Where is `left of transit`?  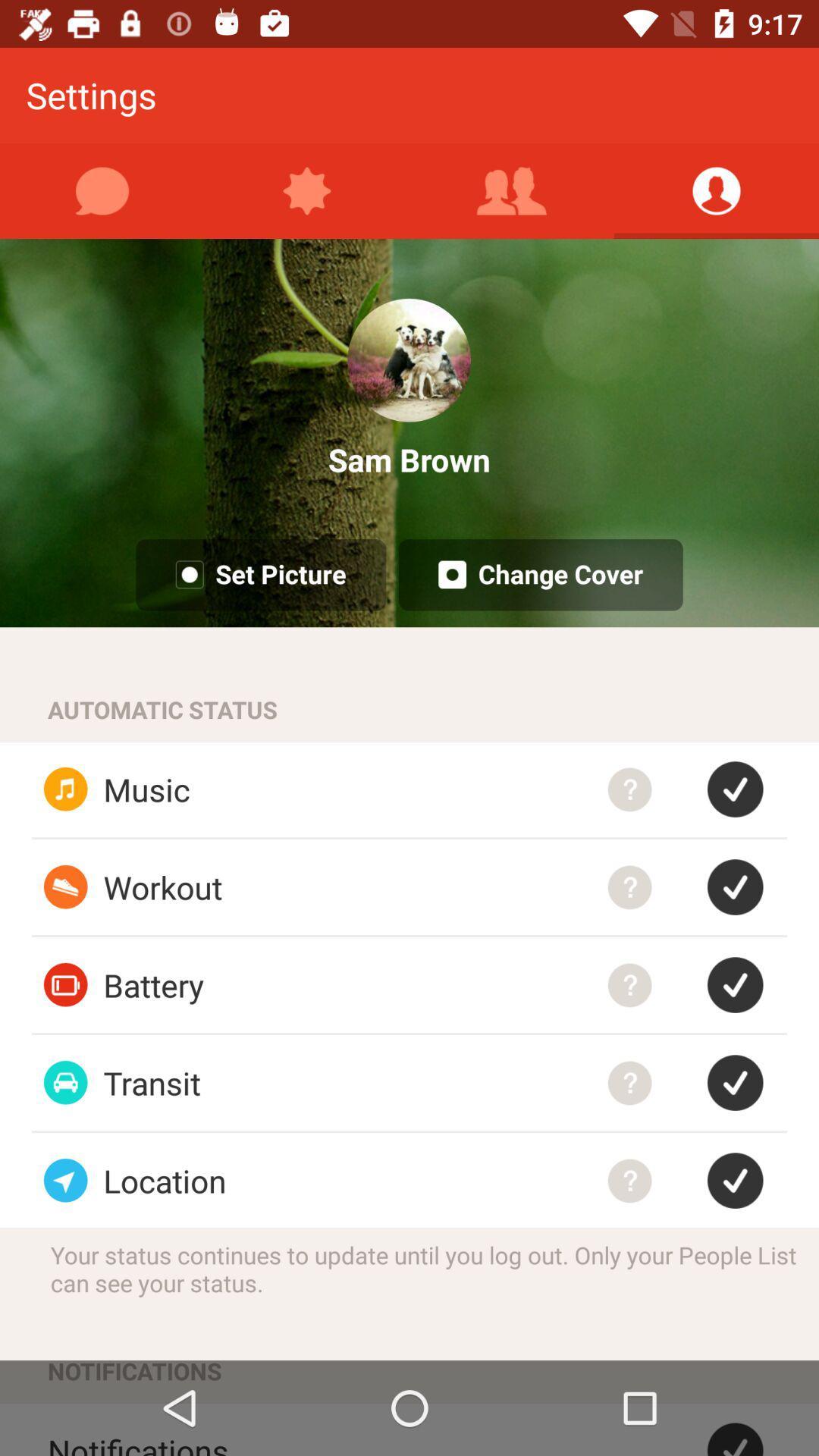
left of transit is located at coordinates (65, 1082).